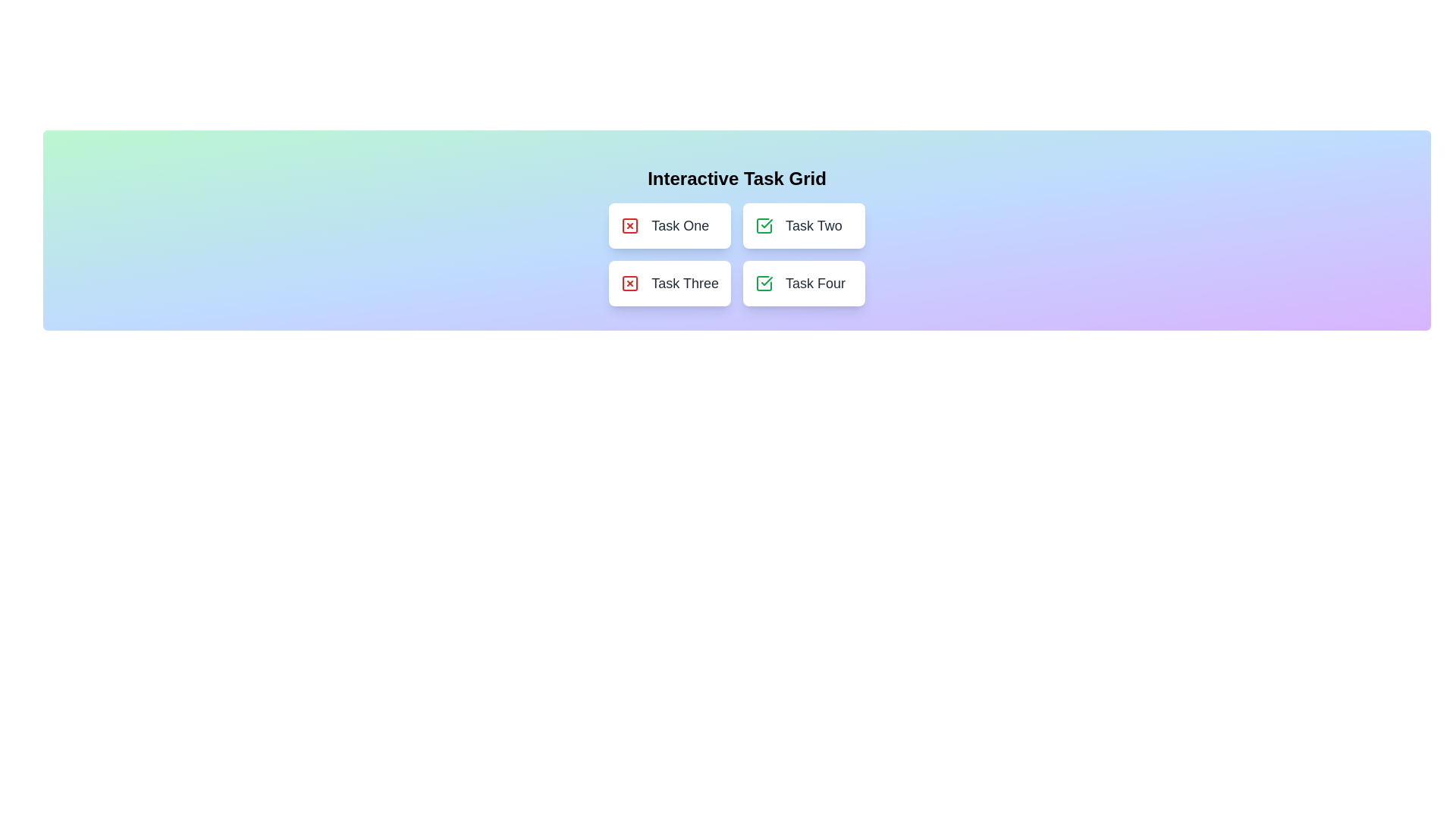 This screenshot has width=1456, height=819. I want to click on the button corresponding to Task Two to toggle its status, so click(803, 225).